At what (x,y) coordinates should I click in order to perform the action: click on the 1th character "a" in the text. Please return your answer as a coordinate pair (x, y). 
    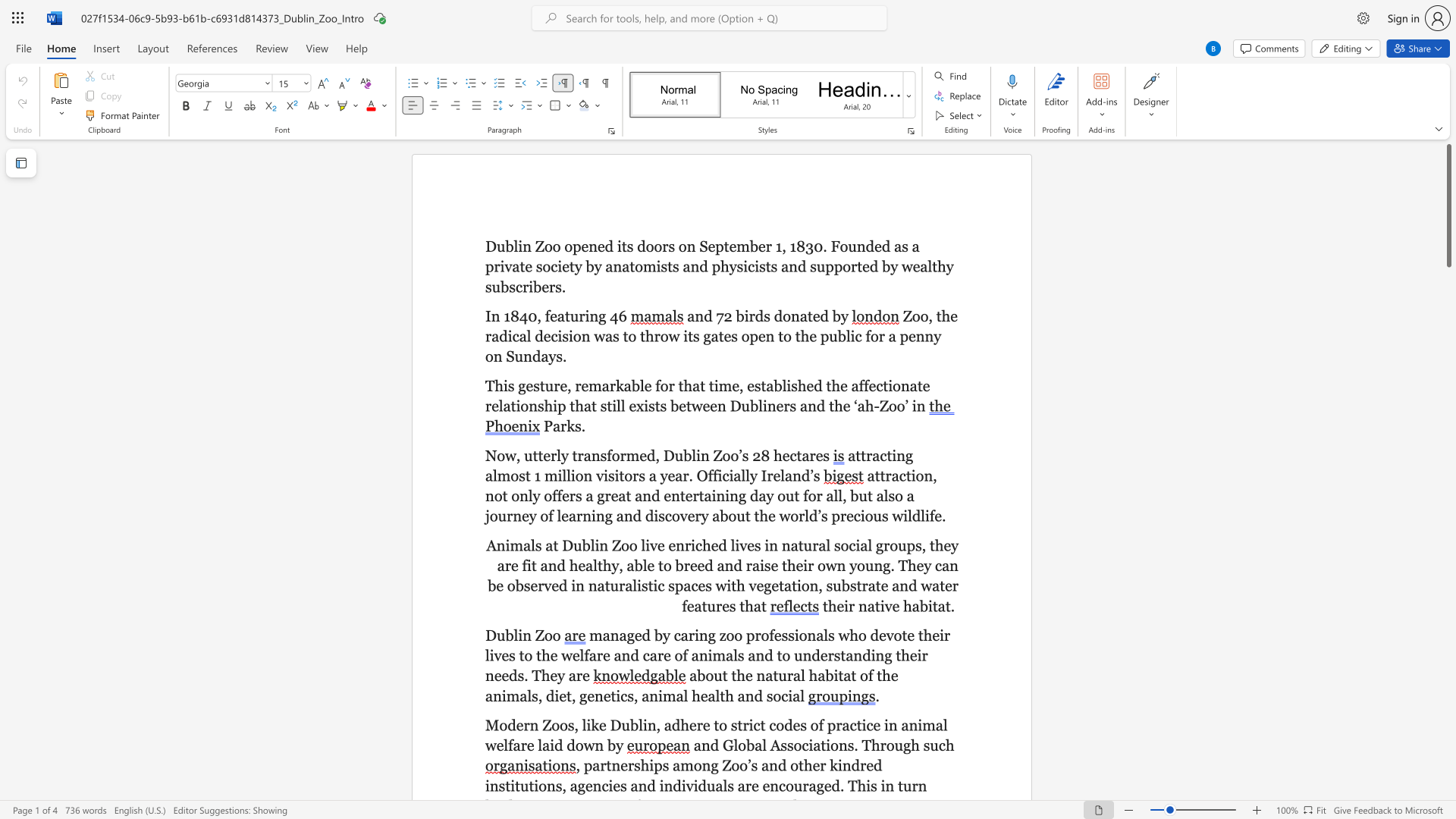
    Looking at the image, I should click on (852, 454).